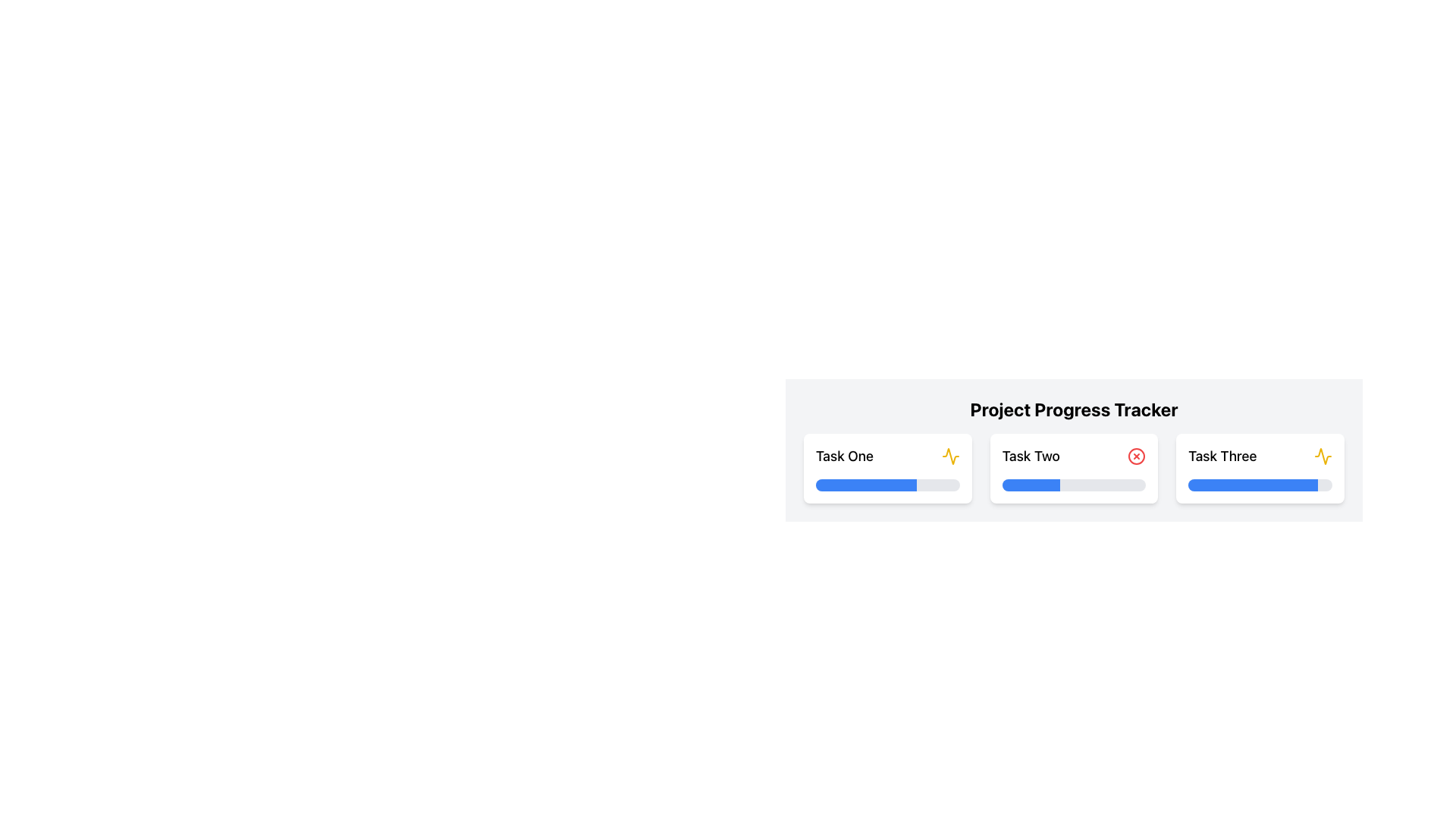 The height and width of the screenshot is (819, 1456). I want to click on the progress bar representing the completion status of 'Task Three', which is the third progress bar in sequence under its respective task label, so click(1253, 485).